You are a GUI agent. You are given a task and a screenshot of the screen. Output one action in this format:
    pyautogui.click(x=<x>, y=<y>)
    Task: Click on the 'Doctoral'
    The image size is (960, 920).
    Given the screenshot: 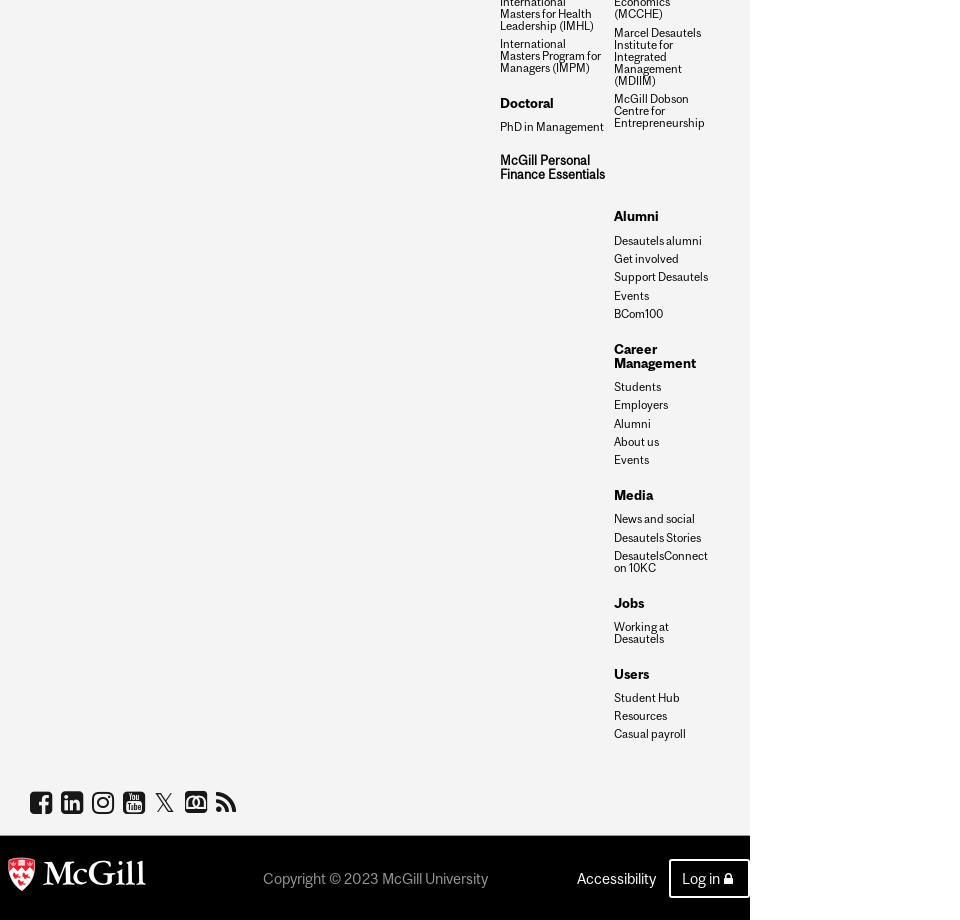 What is the action you would take?
    pyautogui.click(x=526, y=102)
    